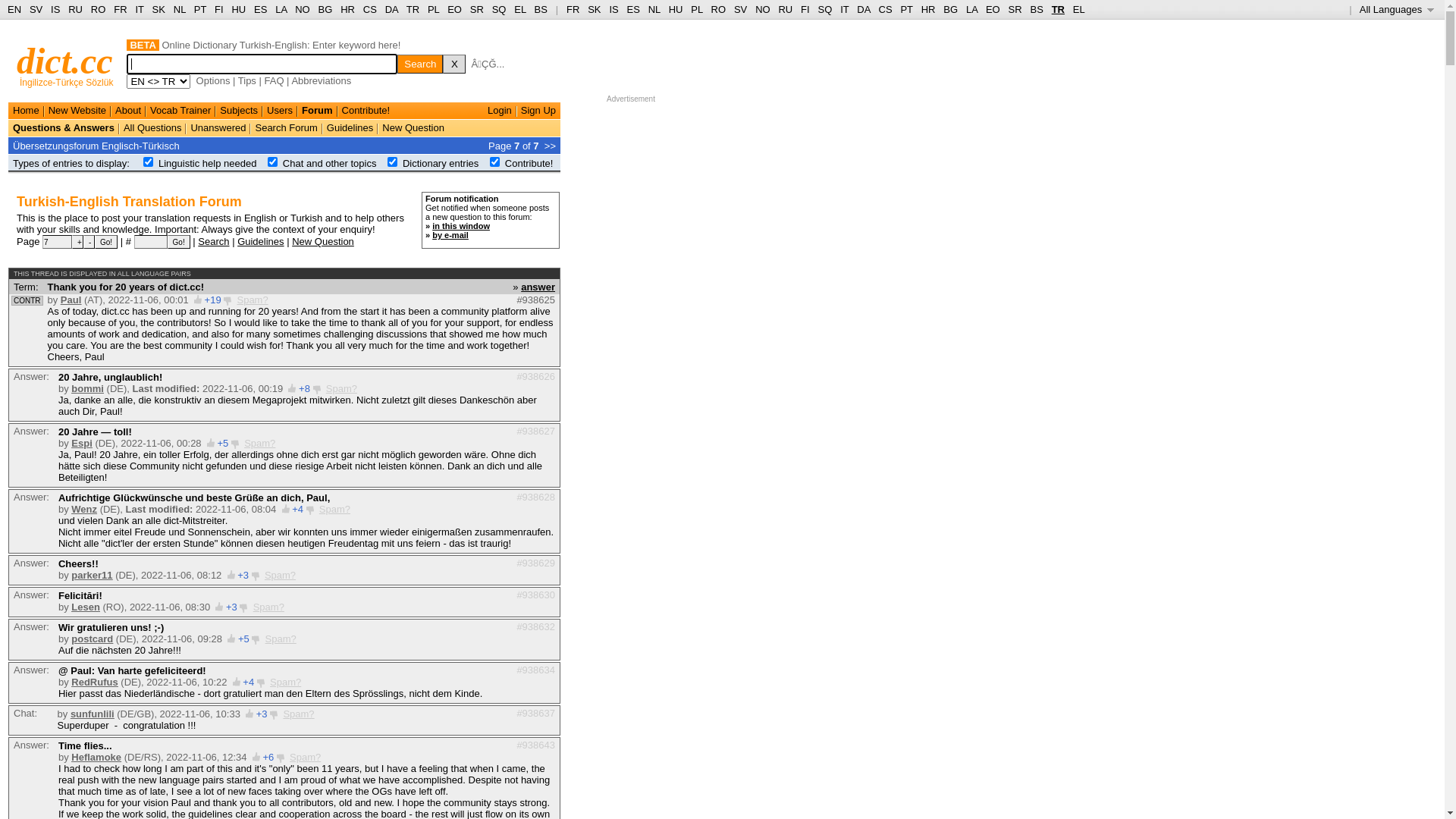 The width and height of the screenshot is (1456, 819). What do you see at coordinates (216, 443) in the screenshot?
I see `'+5'` at bounding box center [216, 443].